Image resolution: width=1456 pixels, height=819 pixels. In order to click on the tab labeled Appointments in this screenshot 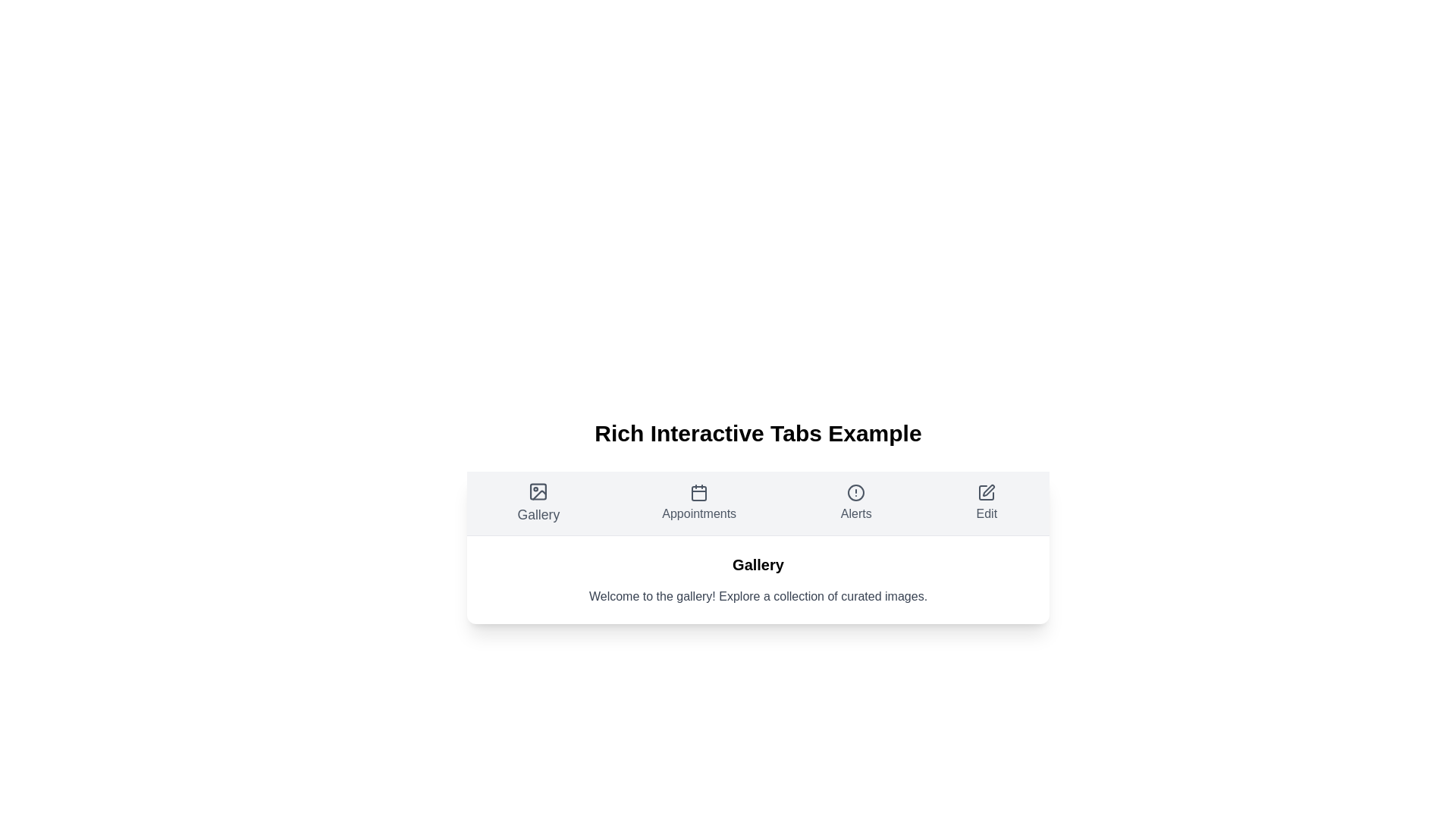, I will do `click(698, 503)`.